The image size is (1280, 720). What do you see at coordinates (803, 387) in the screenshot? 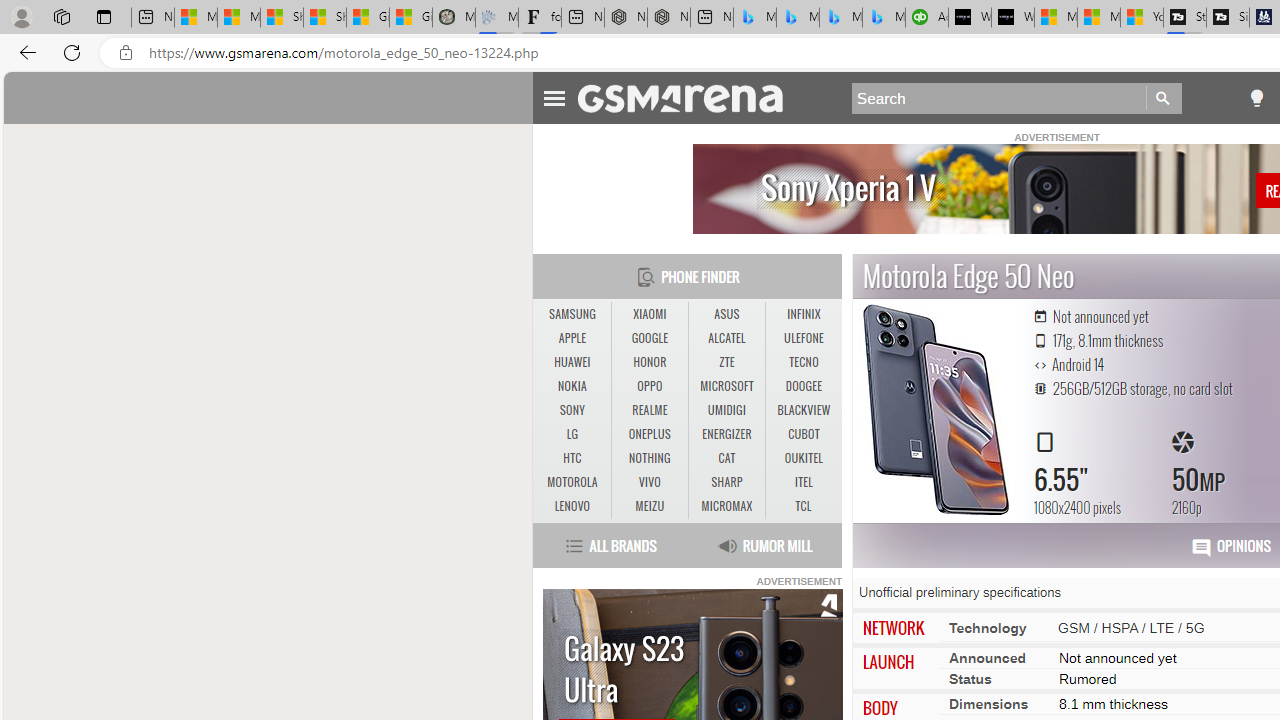
I see `'DOOGEE'` at bounding box center [803, 387].